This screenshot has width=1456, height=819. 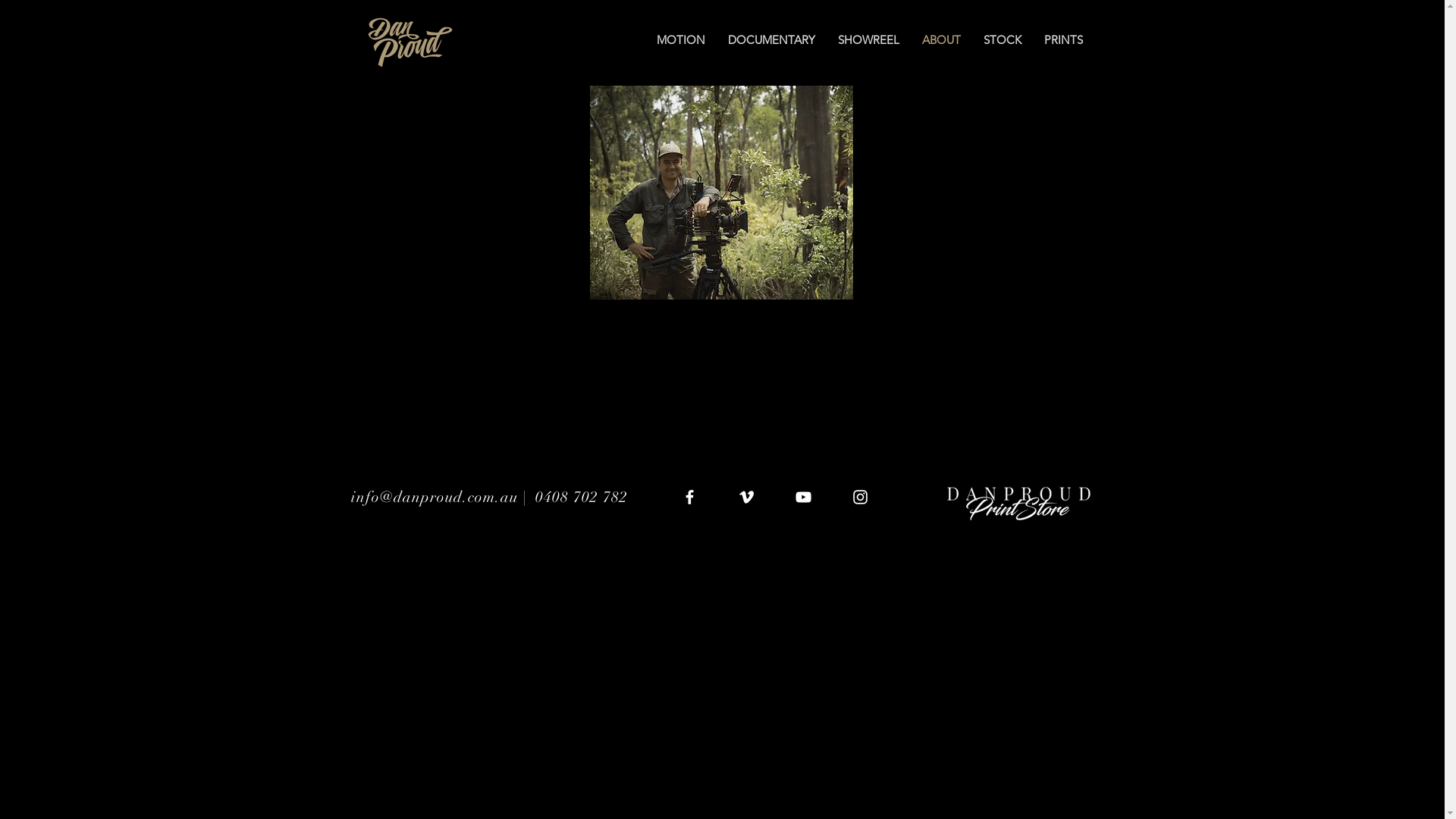 What do you see at coordinates (1002, 39) in the screenshot?
I see `'STOCK'` at bounding box center [1002, 39].